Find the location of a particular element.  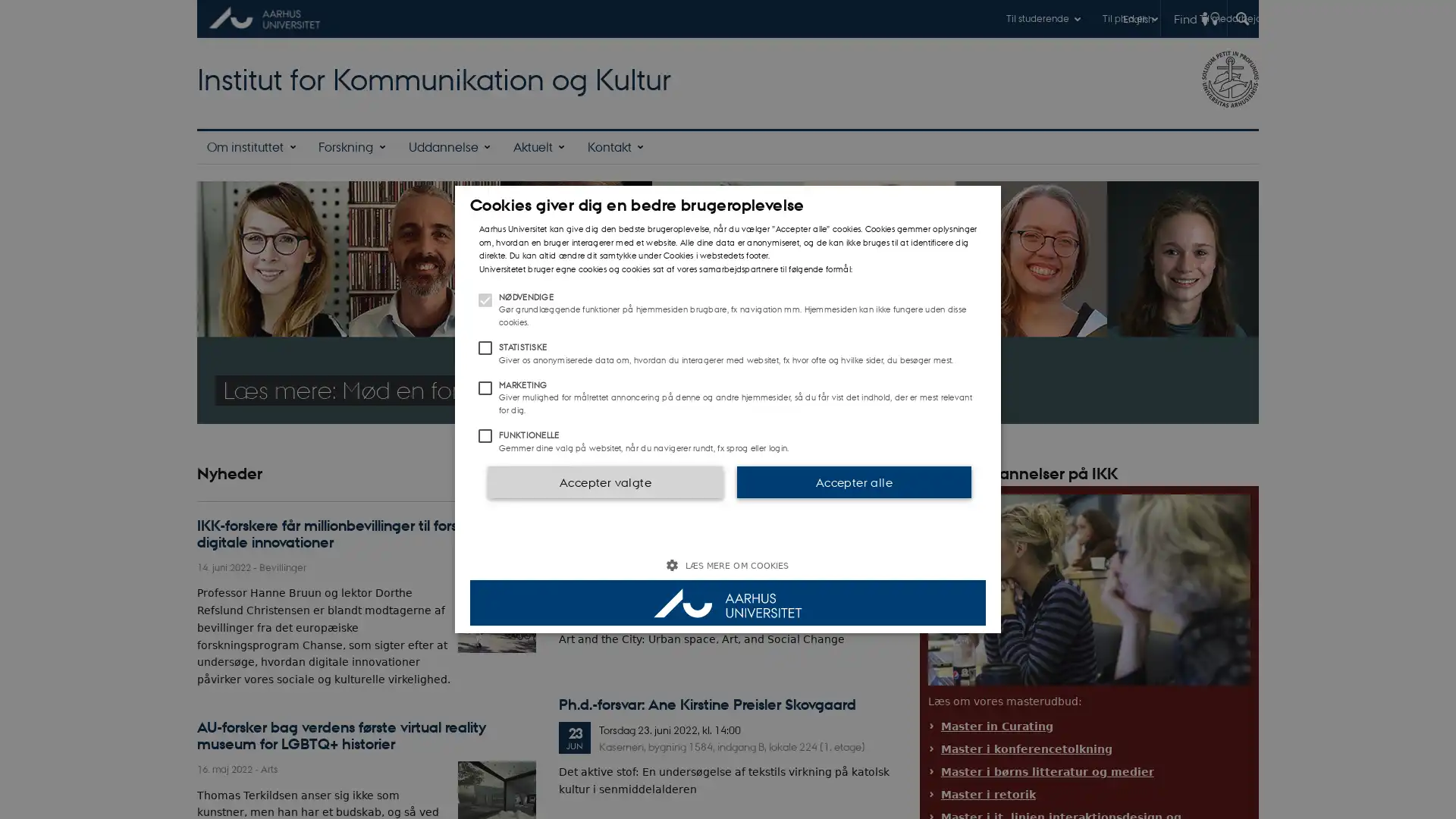

LS MERE OM COOKIES is located at coordinates (728, 565).